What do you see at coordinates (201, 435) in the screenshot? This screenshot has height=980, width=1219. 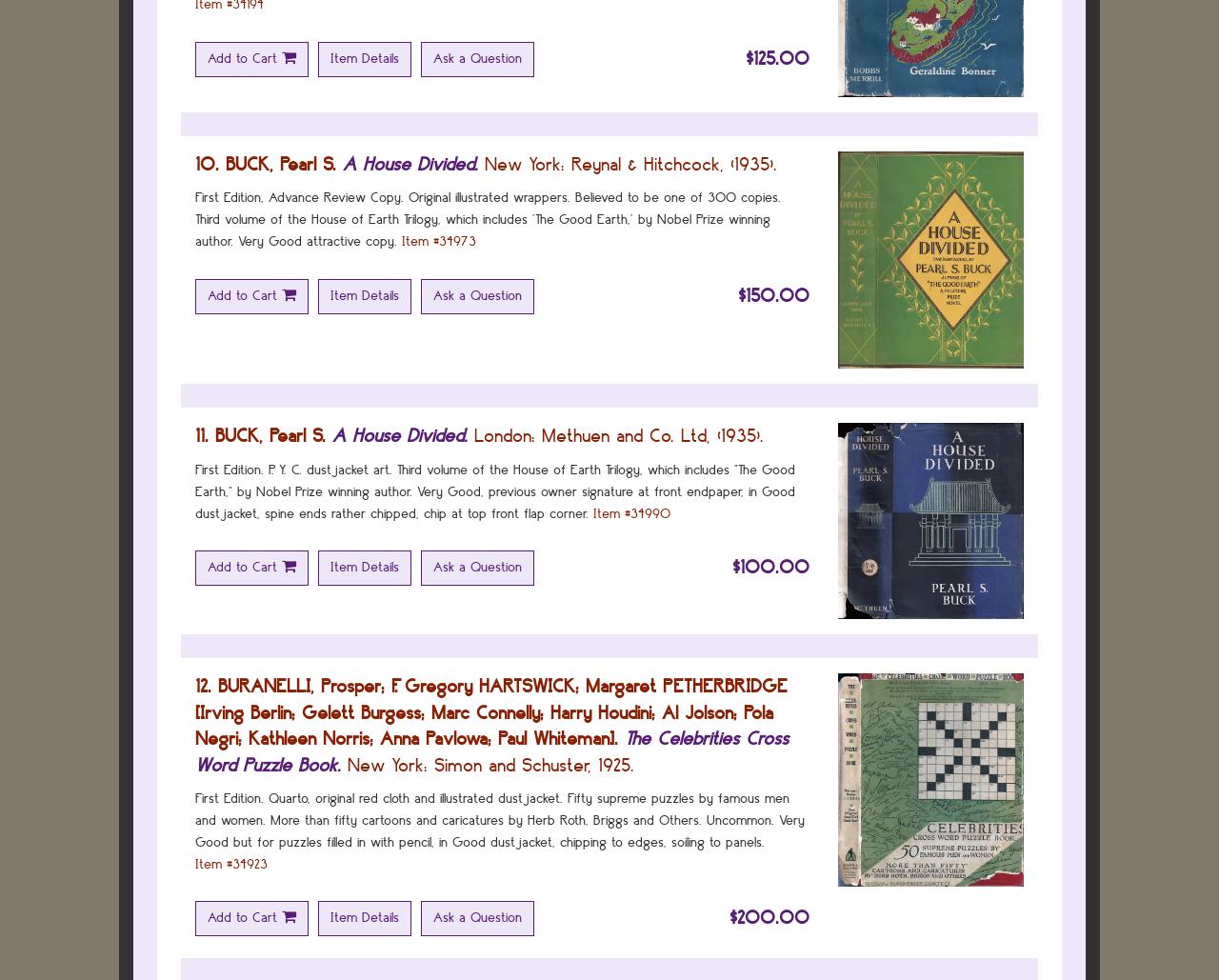 I see `'11.'` at bounding box center [201, 435].